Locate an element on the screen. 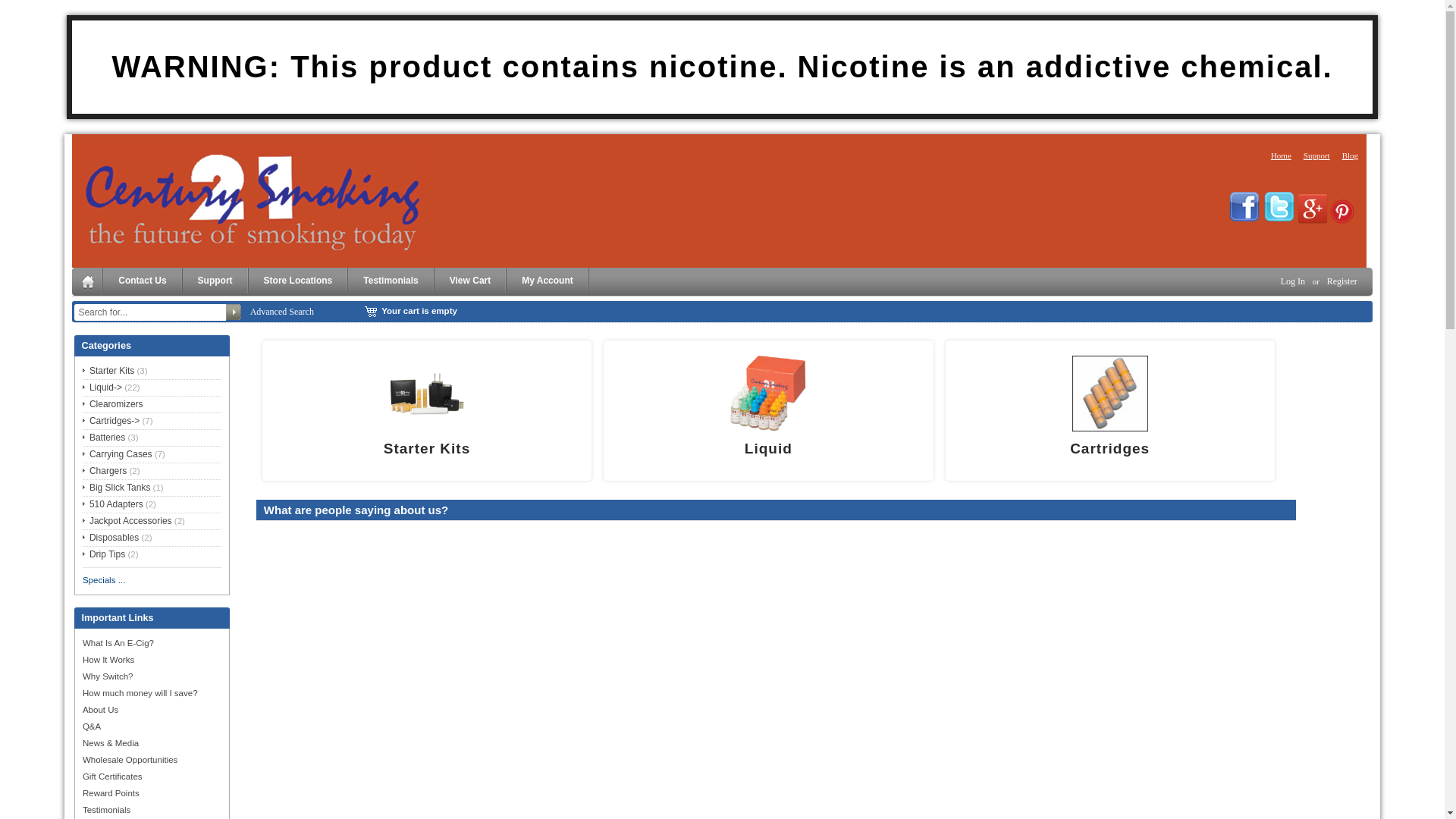  'Q&A' is located at coordinates (90, 725).